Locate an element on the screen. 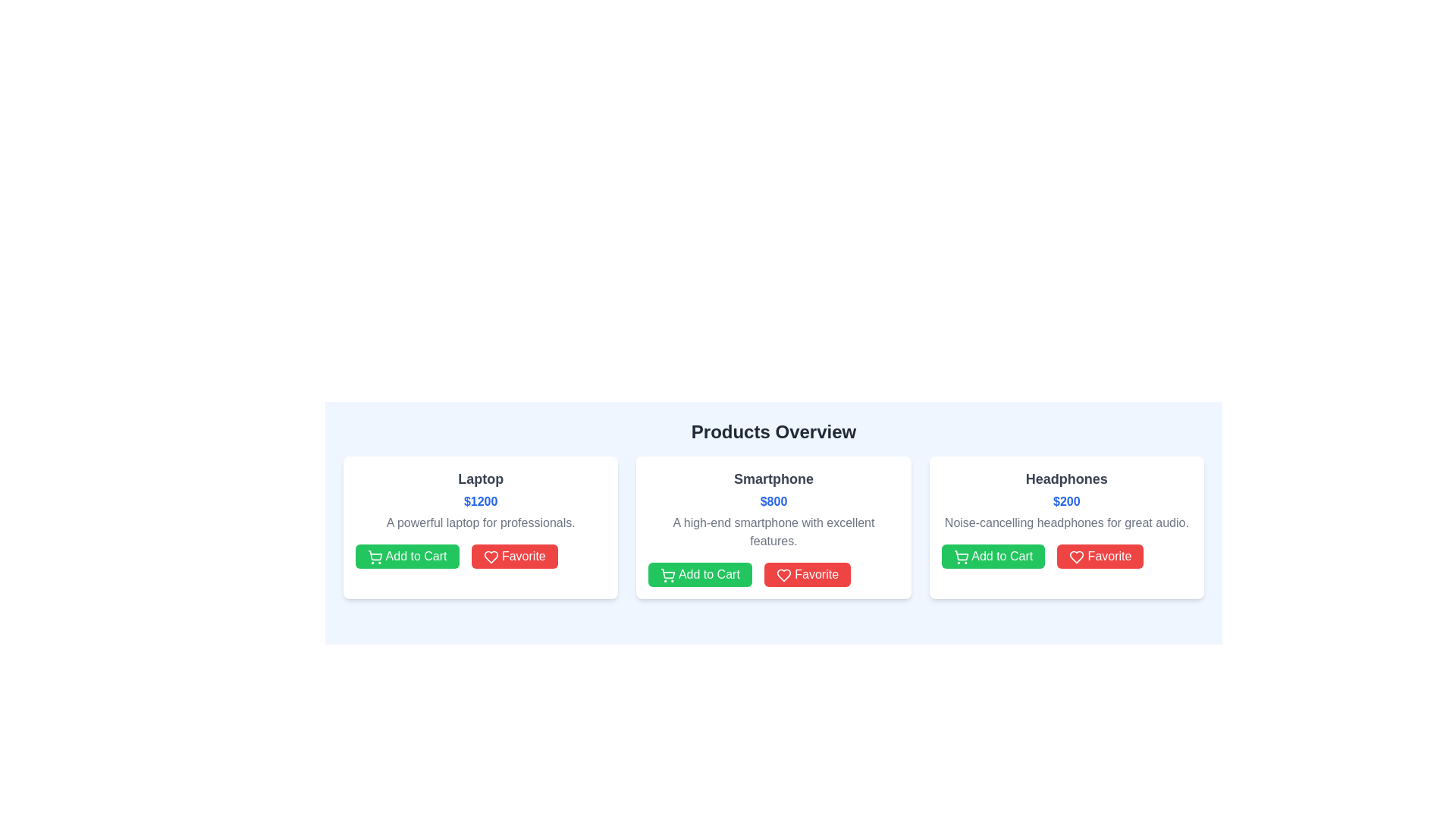 Image resolution: width=1456 pixels, height=819 pixels. the 'Favorite' button associated with the 'Laptop' product is located at coordinates (514, 556).